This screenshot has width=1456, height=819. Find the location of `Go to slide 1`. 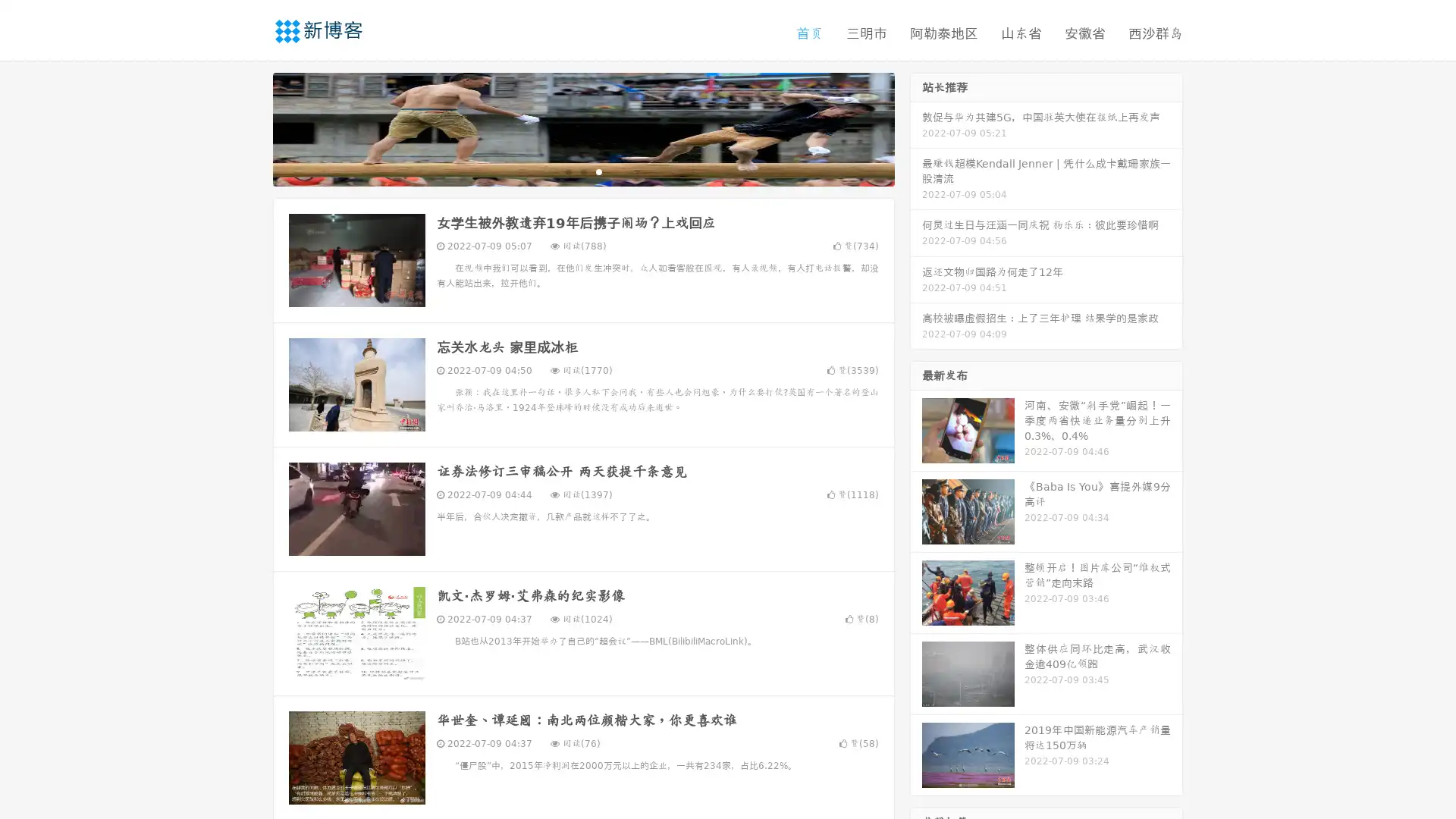

Go to slide 1 is located at coordinates (567, 171).